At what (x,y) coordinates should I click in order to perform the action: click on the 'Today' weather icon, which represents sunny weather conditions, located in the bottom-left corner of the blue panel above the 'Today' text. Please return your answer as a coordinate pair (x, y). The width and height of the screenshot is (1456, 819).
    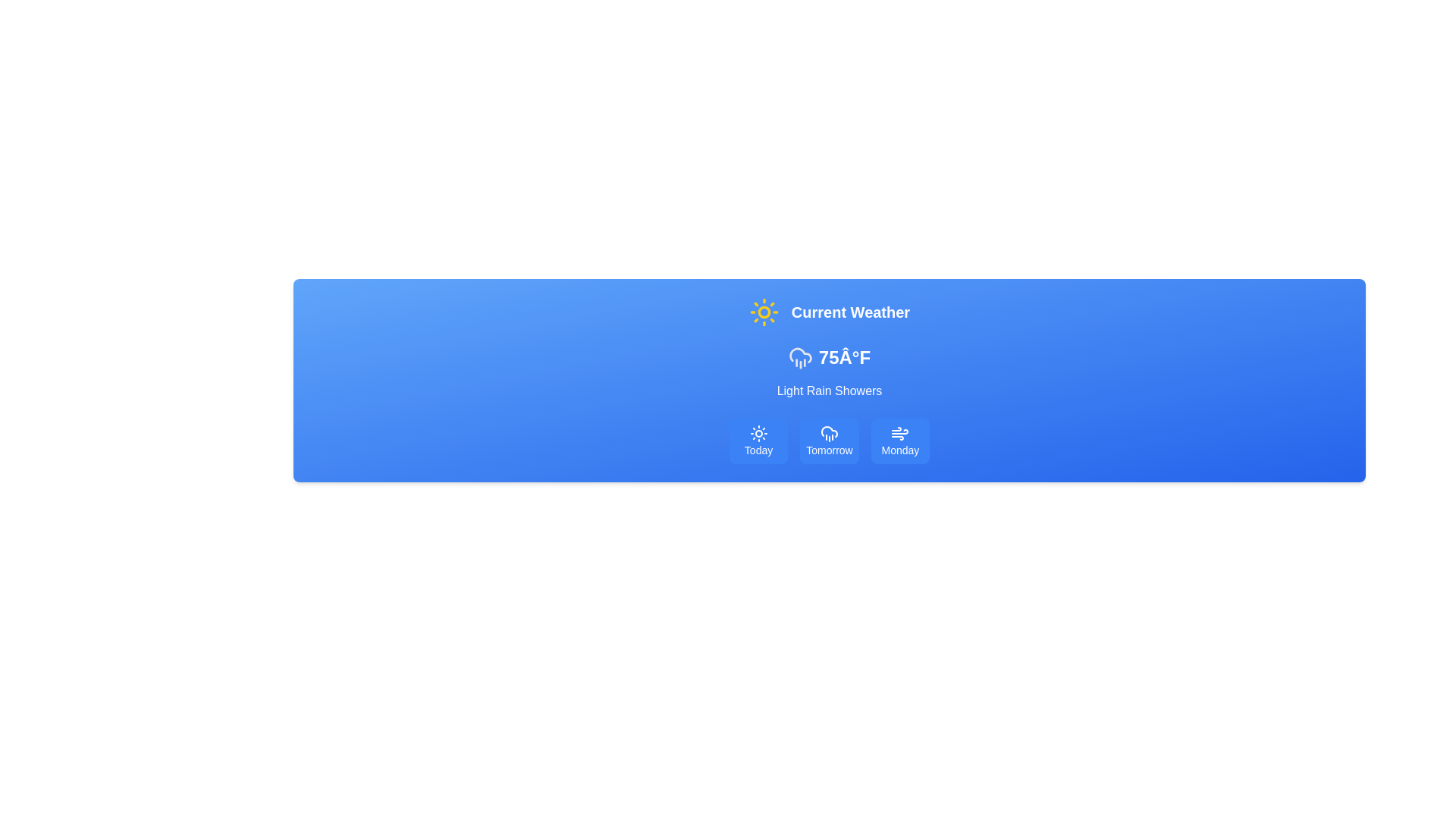
    Looking at the image, I should click on (758, 433).